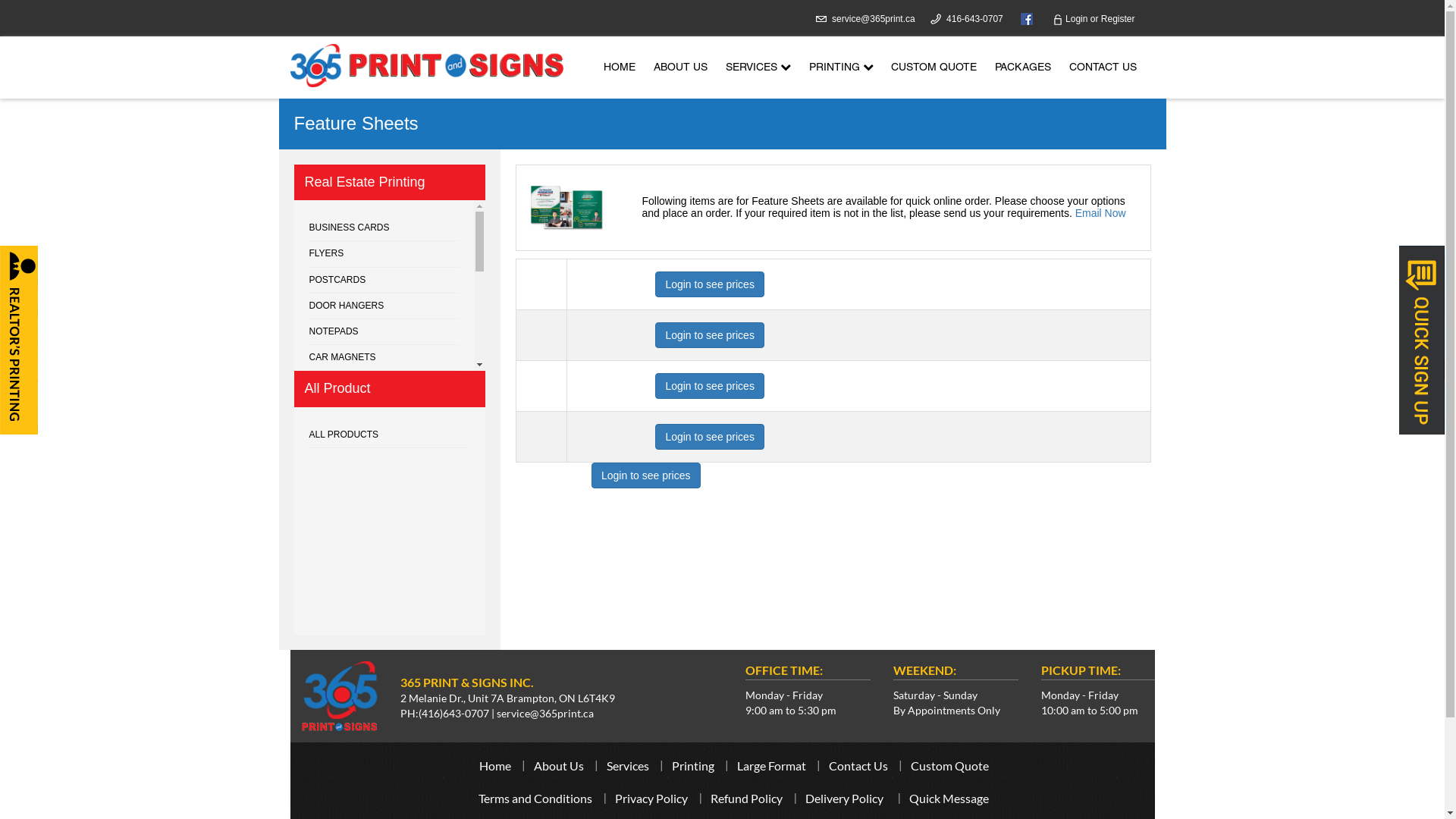  What do you see at coordinates (384, 461) in the screenshot?
I see `'PRESENTATION FOLDERS'` at bounding box center [384, 461].